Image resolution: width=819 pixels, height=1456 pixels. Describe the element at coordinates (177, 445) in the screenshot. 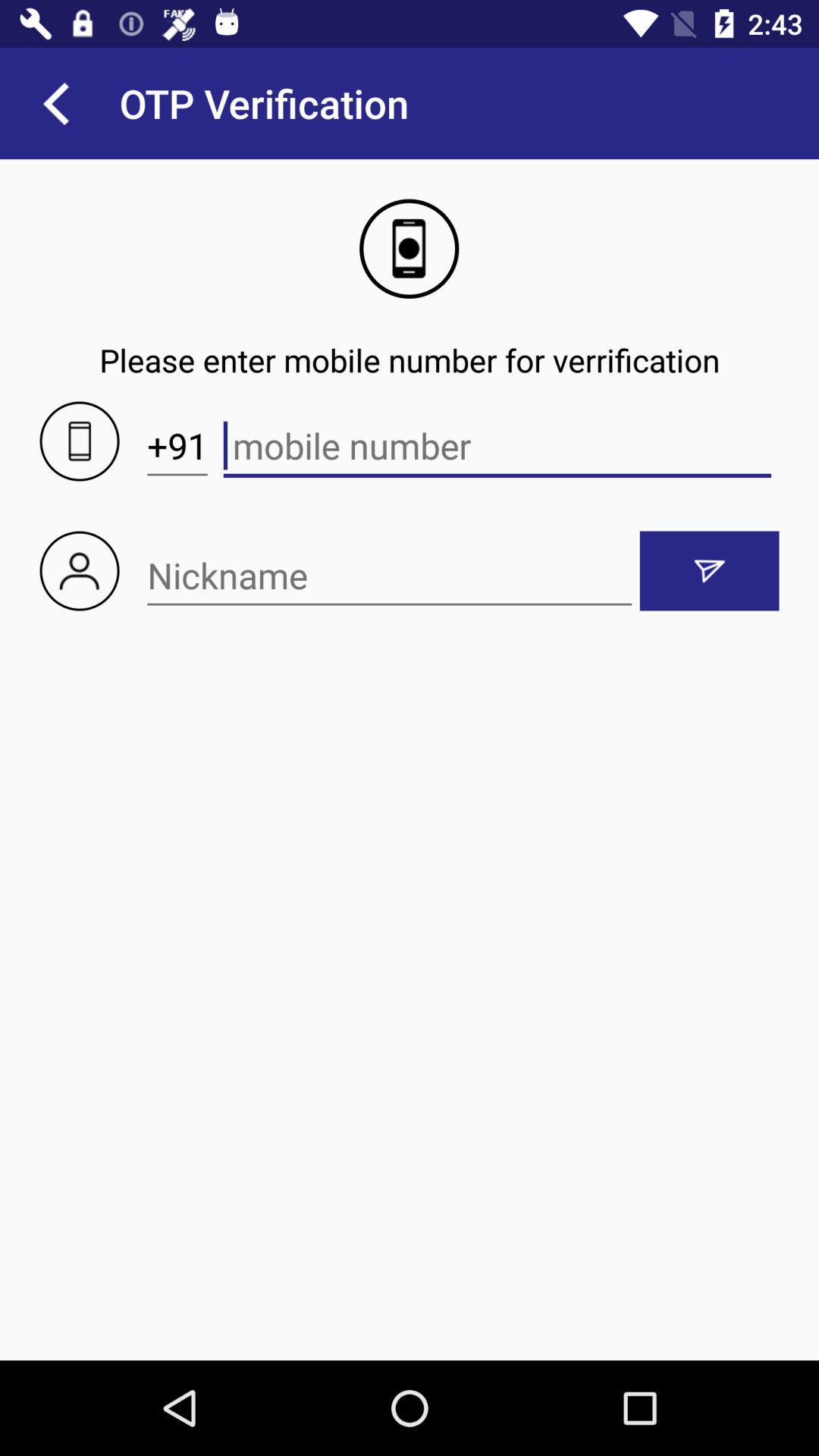

I see `item below please enter mobile` at that location.